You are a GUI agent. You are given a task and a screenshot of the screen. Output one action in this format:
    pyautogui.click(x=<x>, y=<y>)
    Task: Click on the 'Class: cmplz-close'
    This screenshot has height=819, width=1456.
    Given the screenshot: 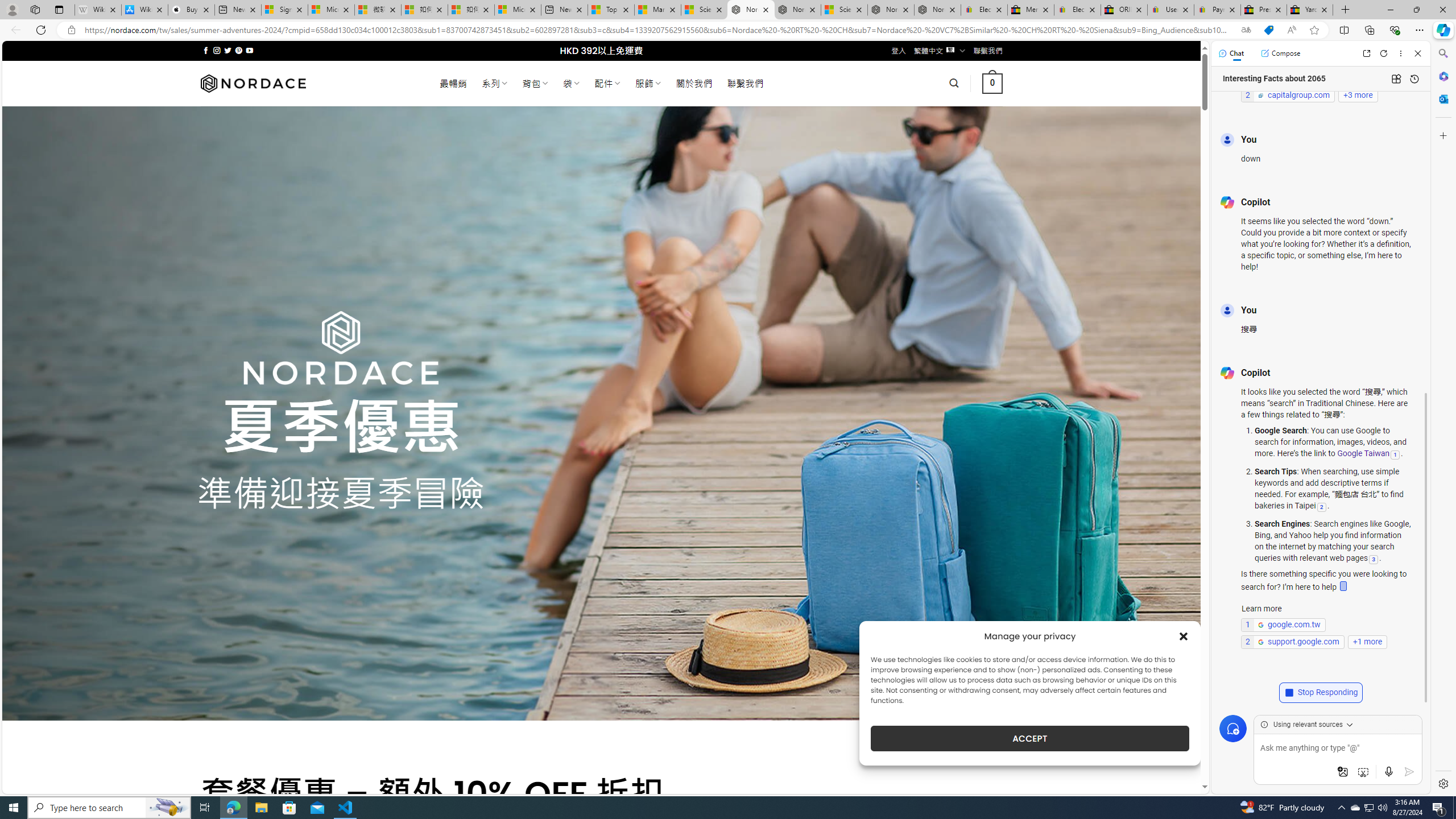 What is the action you would take?
    pyautogui.click(x=1183, y=636)
    